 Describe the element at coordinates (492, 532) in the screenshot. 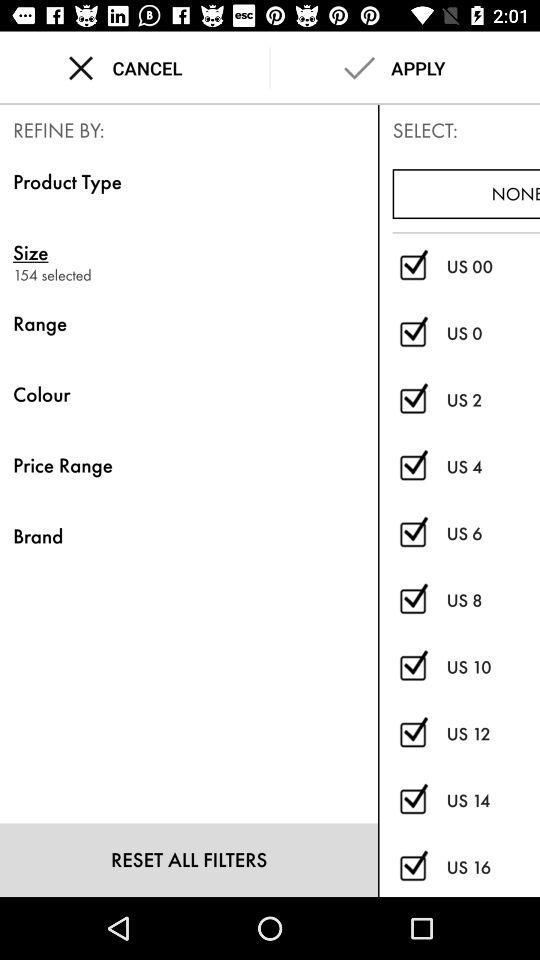

I see `item below the us 4 item` at that location.